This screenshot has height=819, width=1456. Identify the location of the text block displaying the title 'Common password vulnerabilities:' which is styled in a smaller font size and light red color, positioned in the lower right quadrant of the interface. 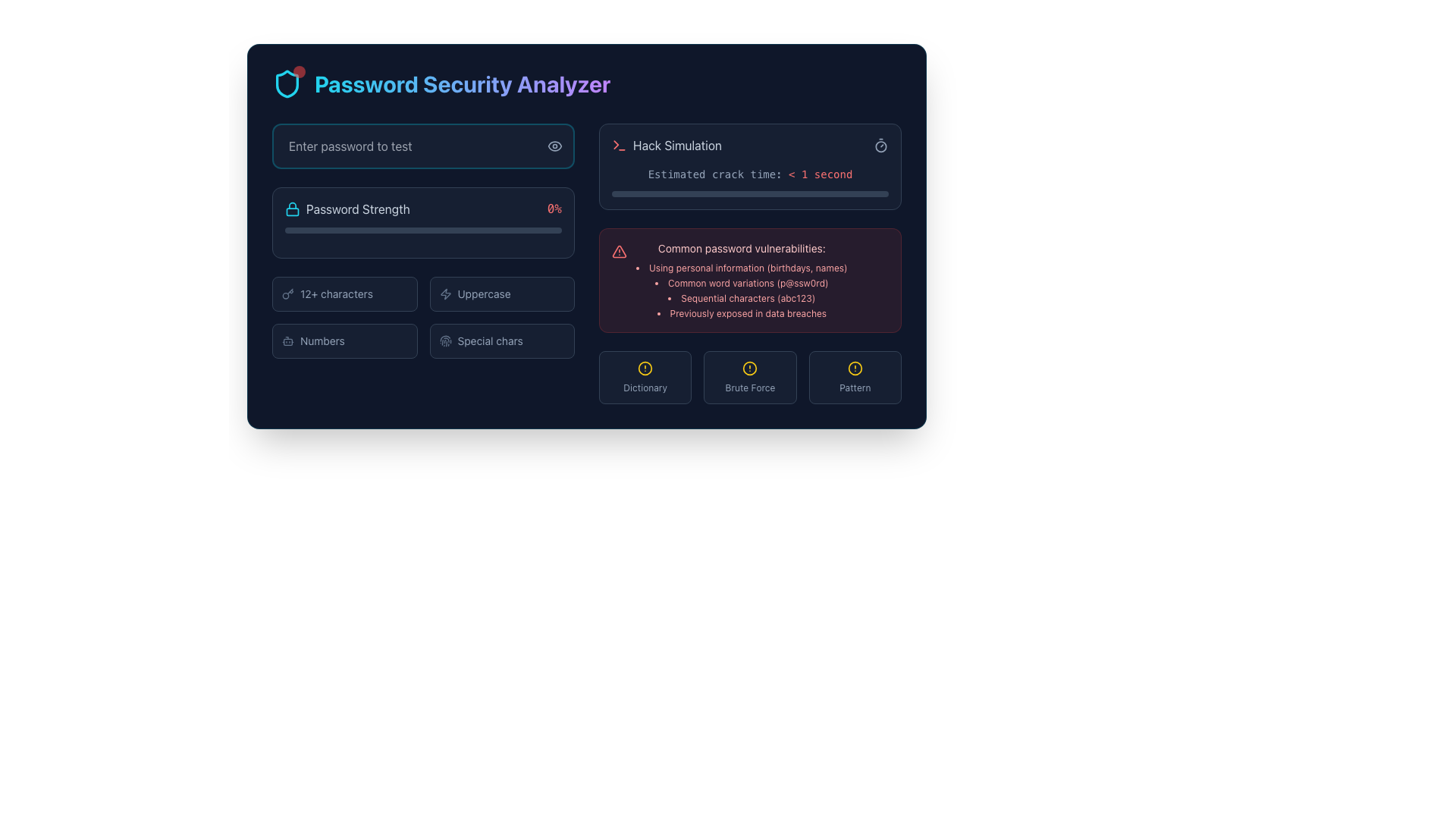
(742, 247).